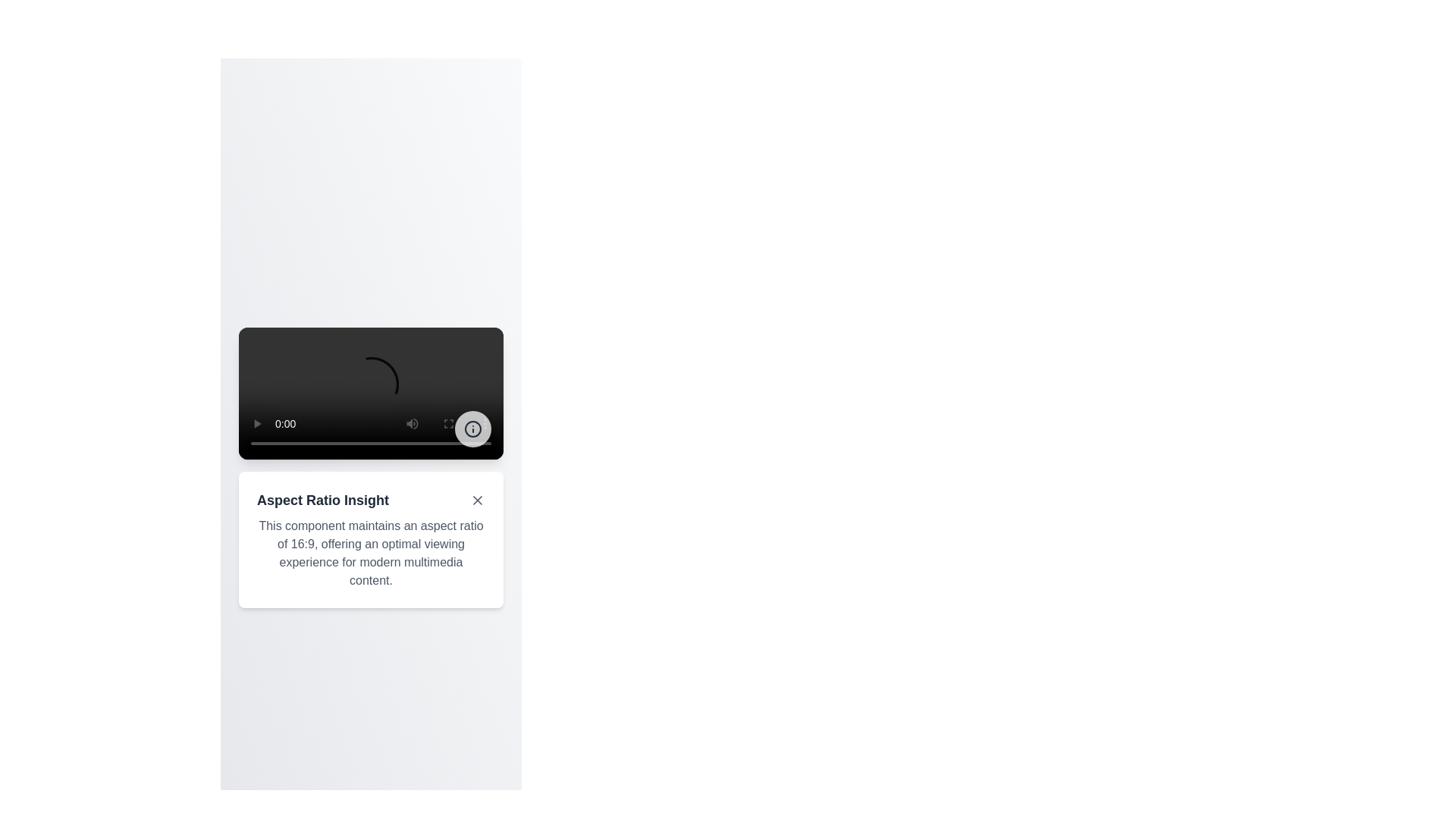 The width and height of the screenshot is (1456, 819). What do you see at coordinates (476, 500) in the screenshot?
I see `the Close button located in the top-right corner of the description card to receive visual feedback` at bounding box center [476, 500].